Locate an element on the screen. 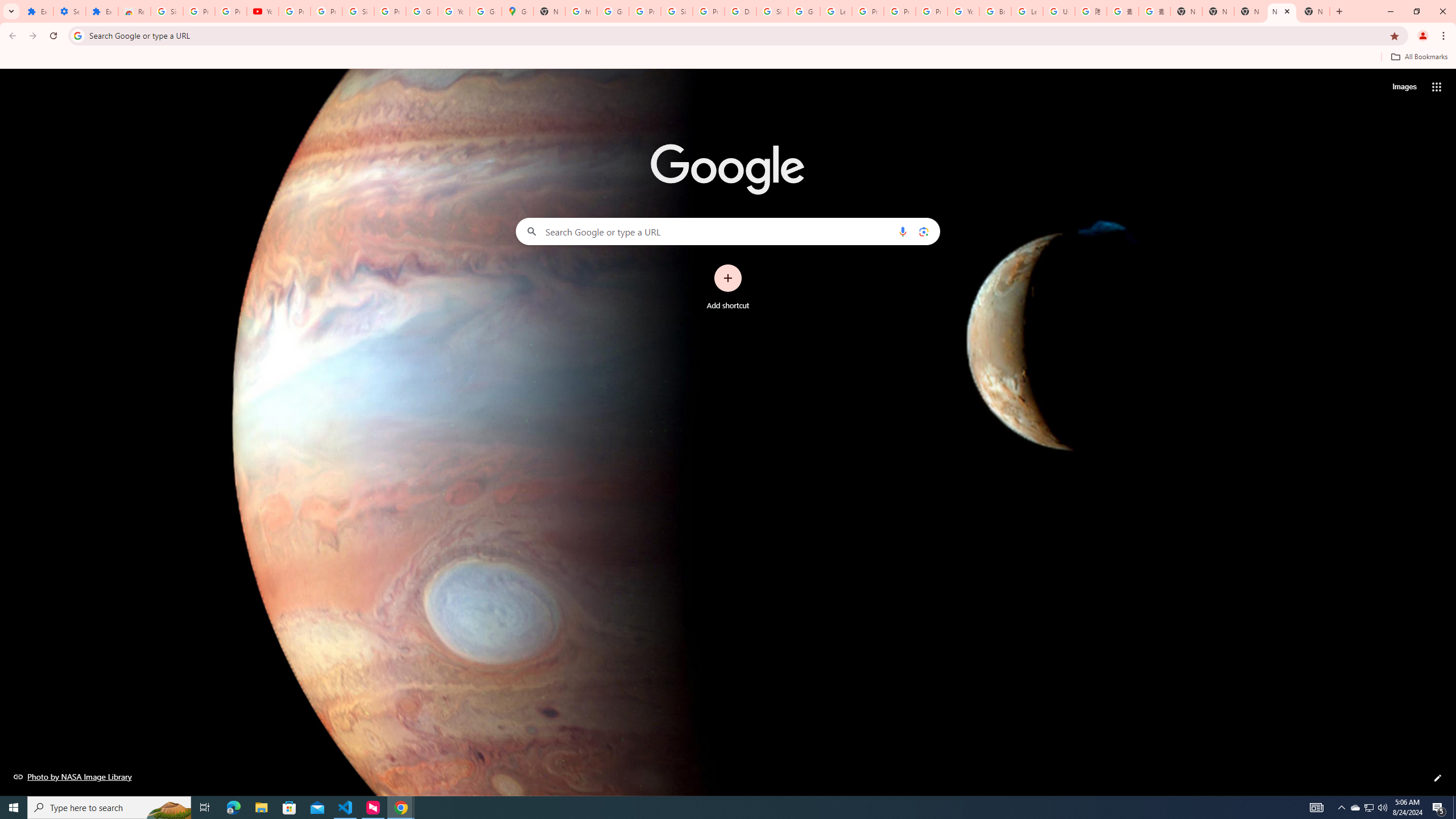 This screenshot has width=1456, height=819. 'Photo by NASA Image Library' is located at coordinates (72, 776).